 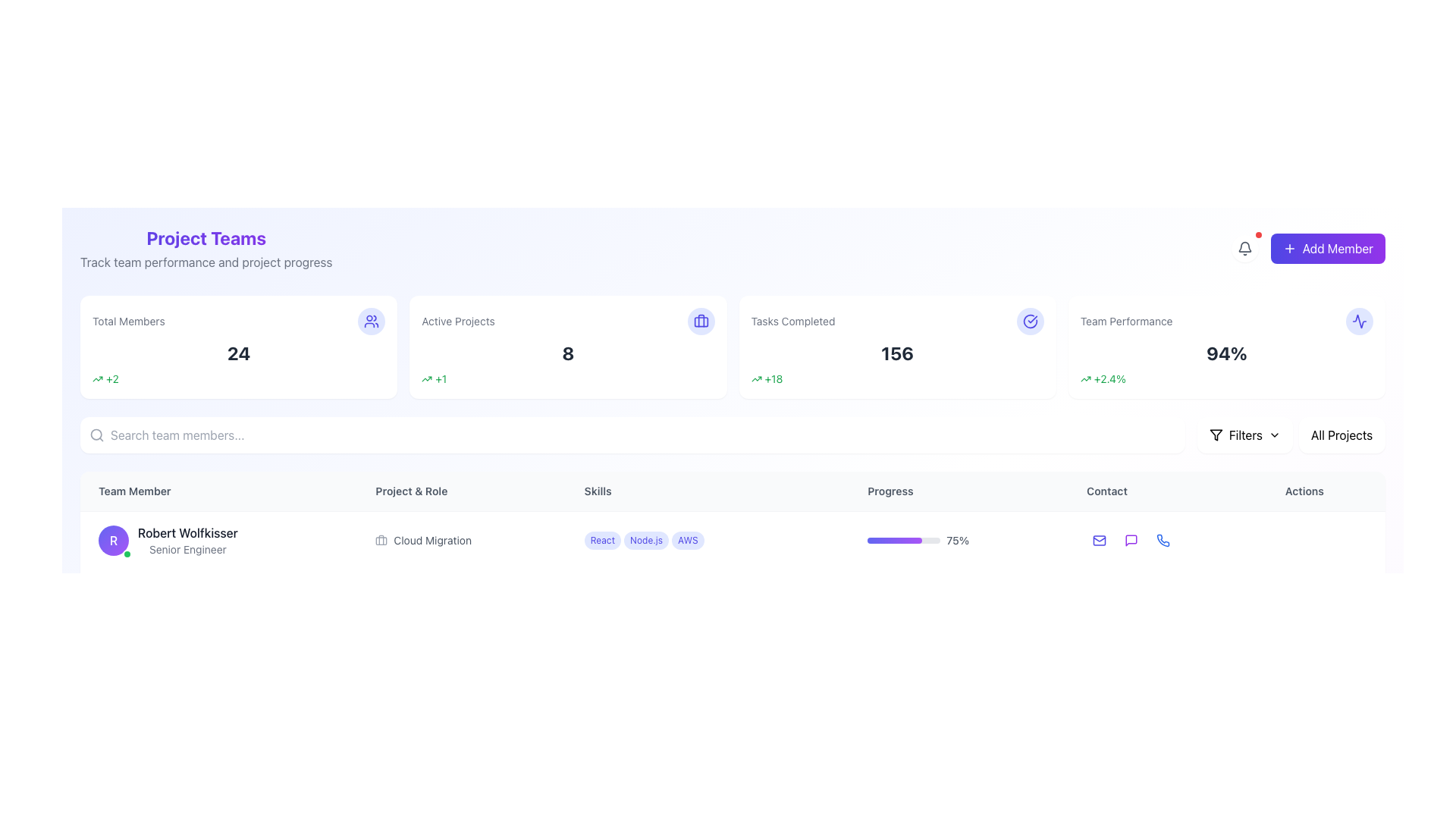 I want to click on the 'Add Member' button located in the top-right corner of the interface, so click(x=1327, y=247).